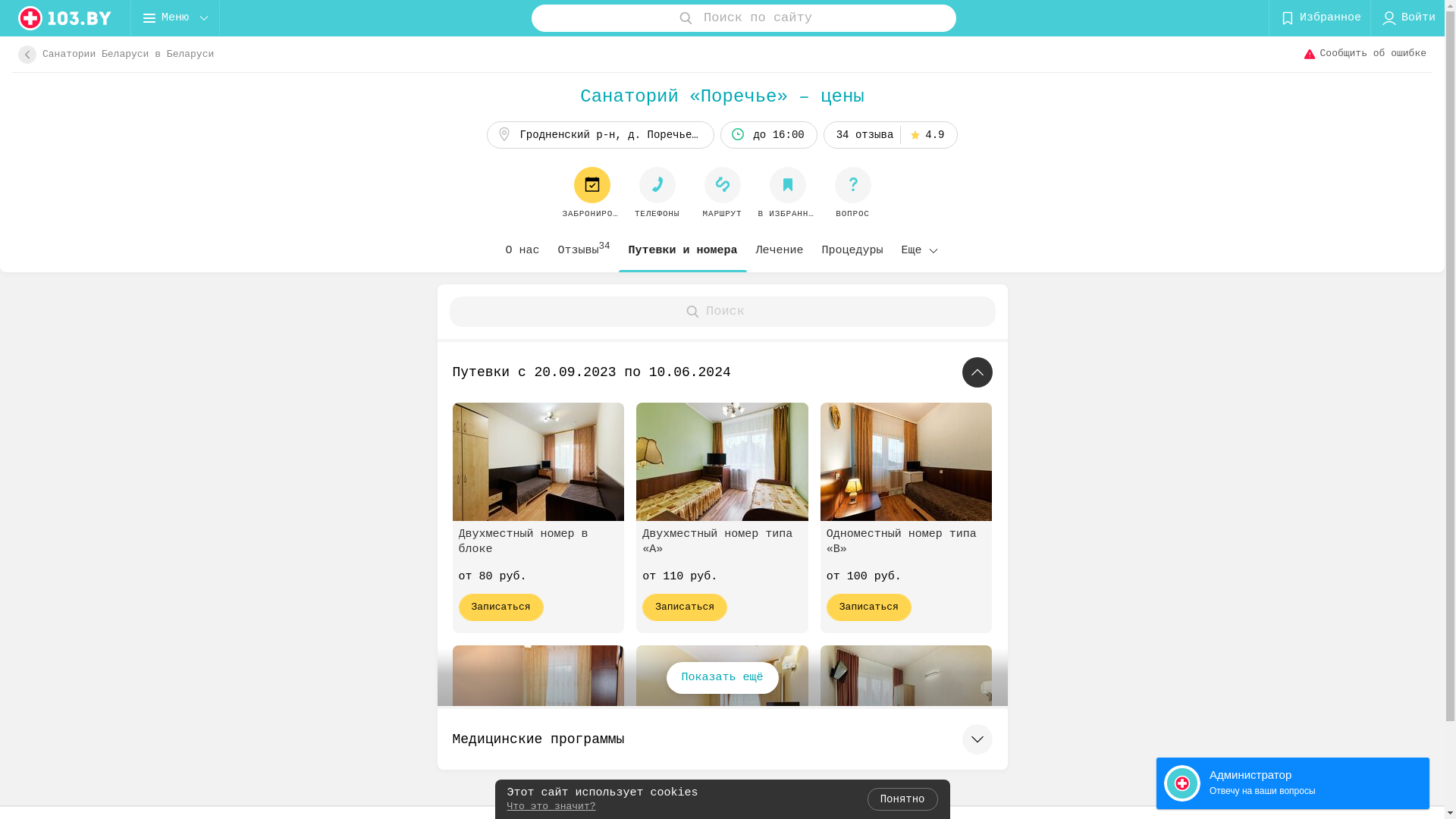  Describe the element at coordinates (64, 17) in the screenshot. I see `'logo'` at that location.